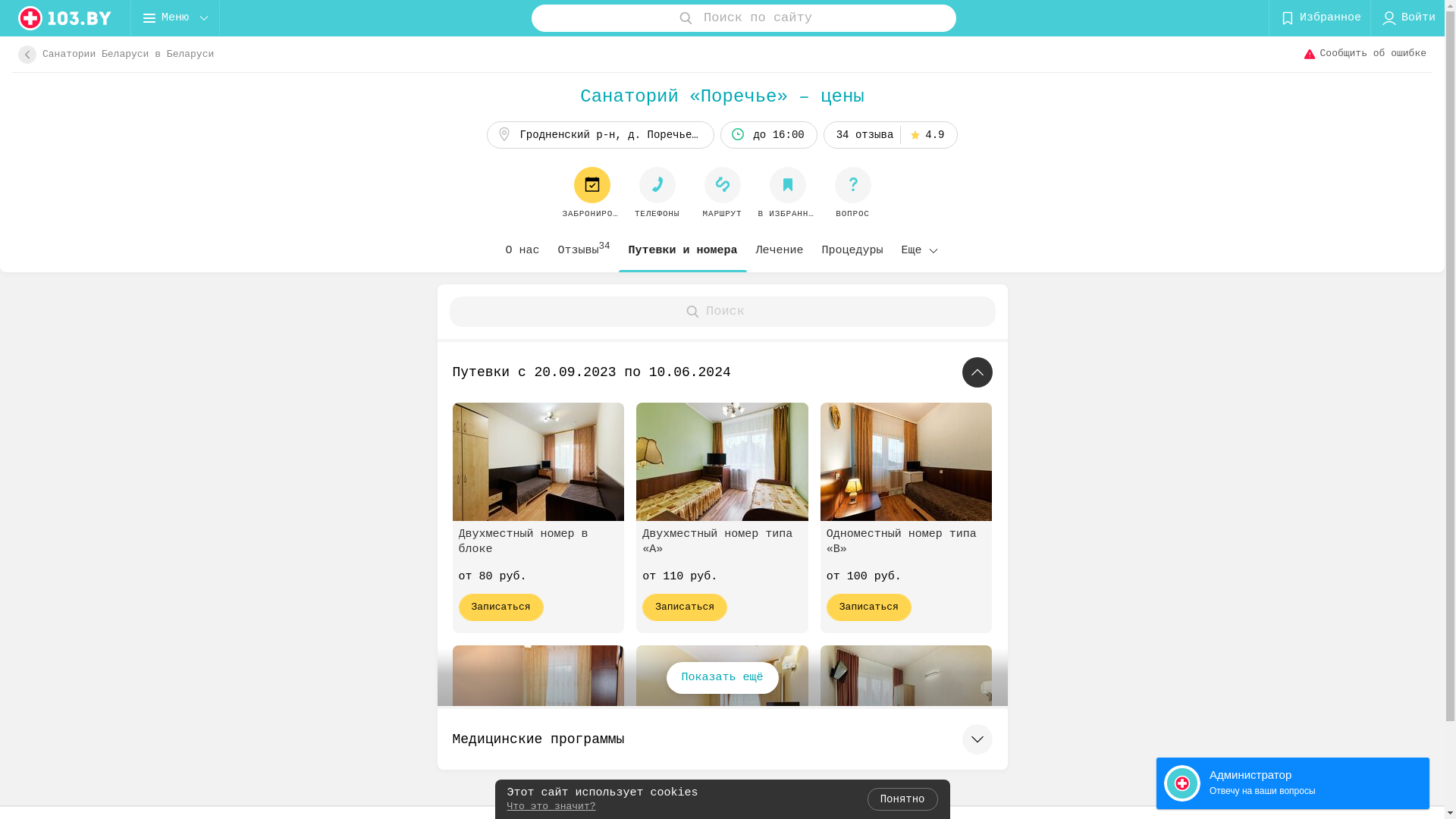  Describe the element at coordinates (64, 17) in the screenshot. I see `'logo'` at that location.